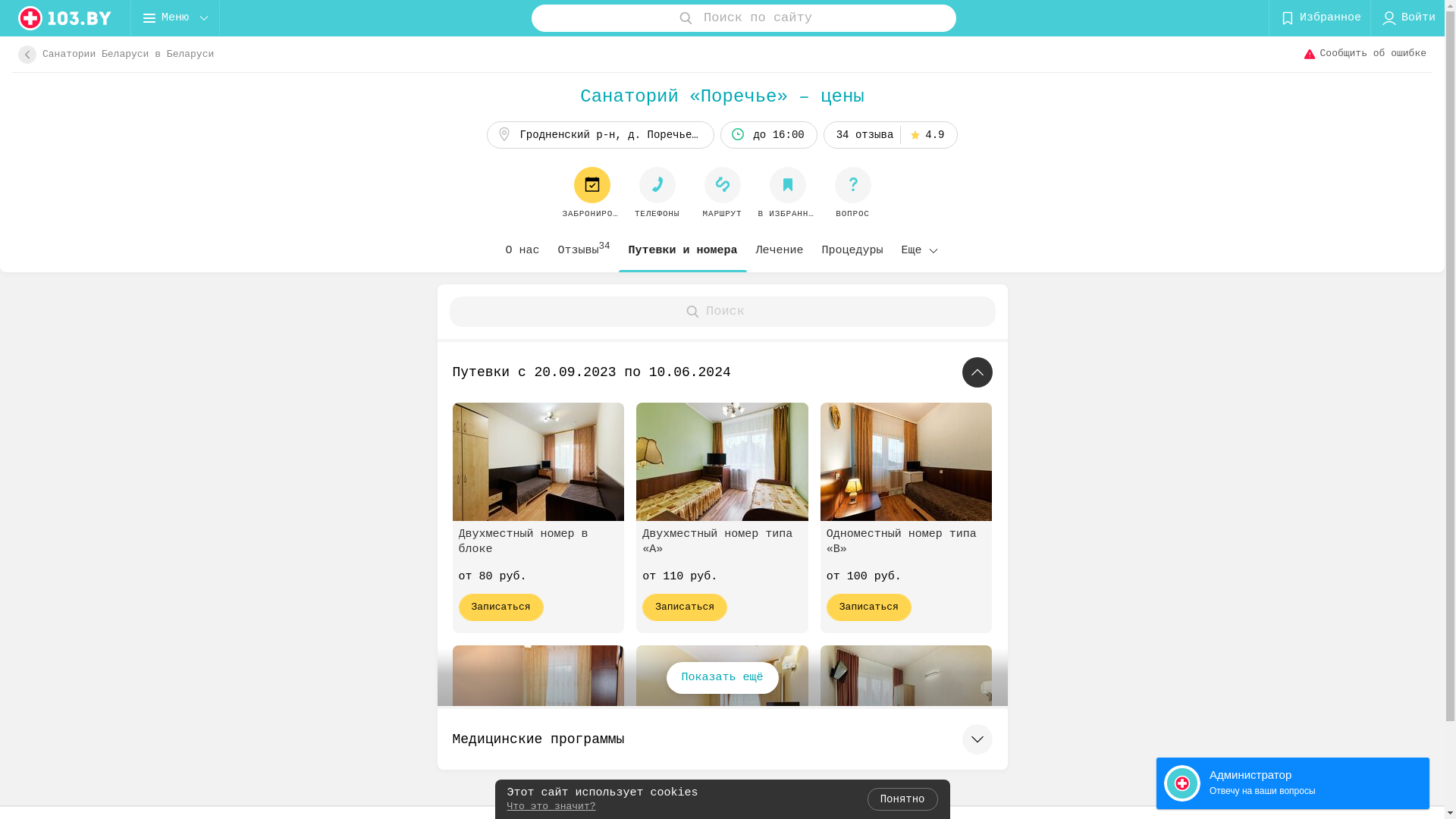  Describe the element at coordinates (64, 17) in the screenshot. I see `'logo'` at that location.